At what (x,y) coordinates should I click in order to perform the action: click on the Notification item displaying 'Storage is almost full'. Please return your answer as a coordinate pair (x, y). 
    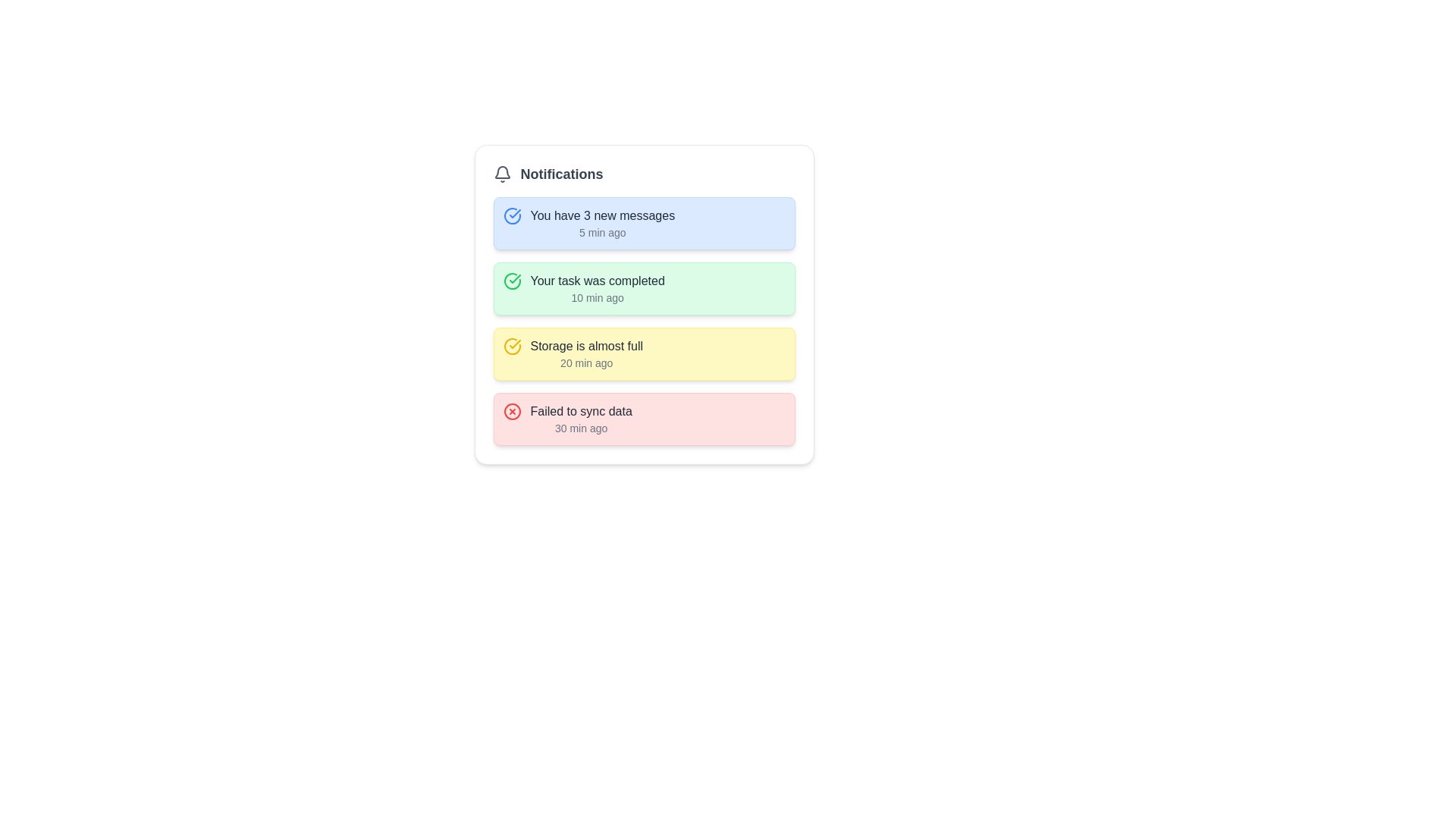
    Looking at the image, I should click on (585, 353).